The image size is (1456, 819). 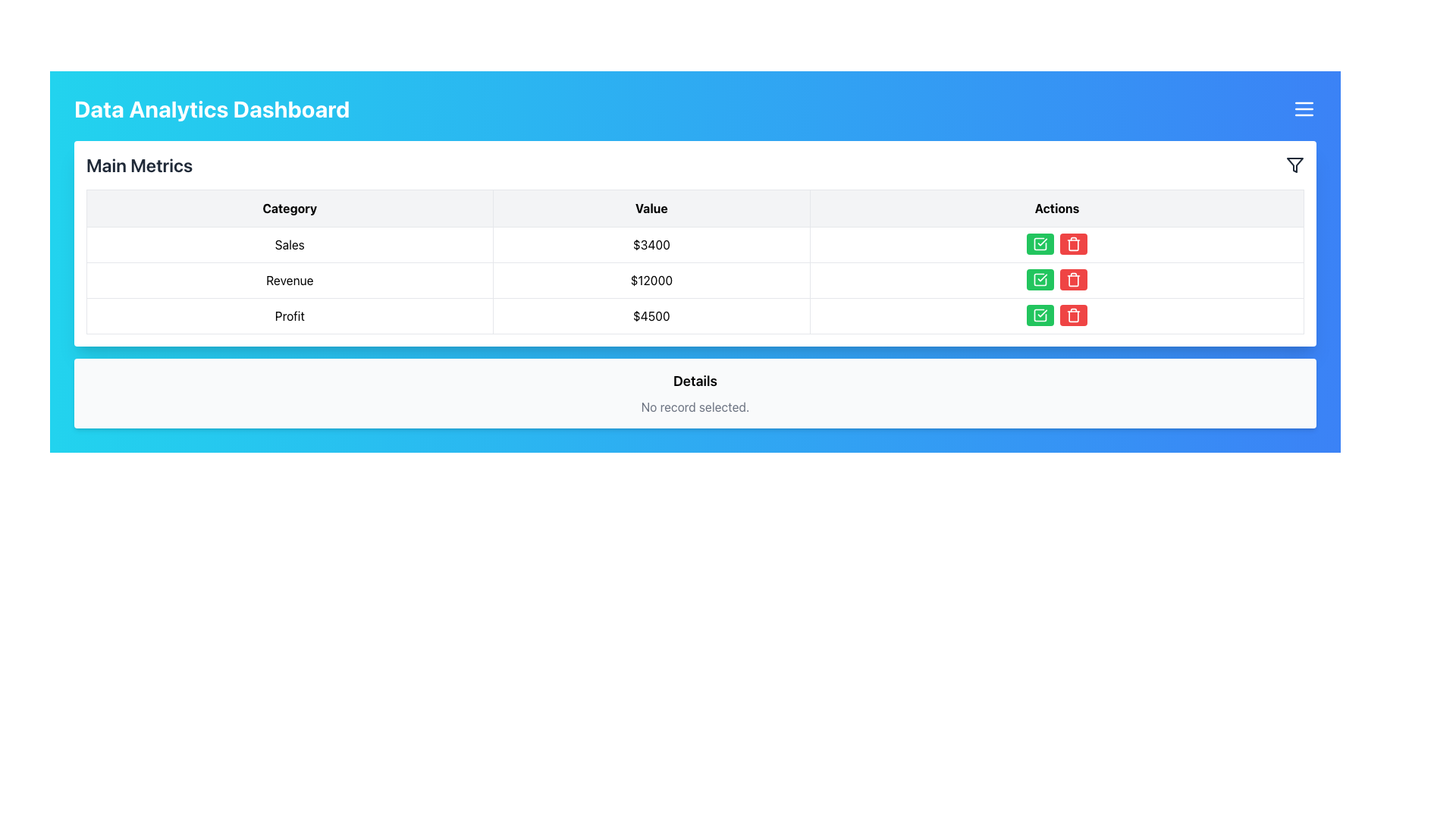 What do you see at coordinates (651, 315) in the screenshot?
I see `the 'Profit' metric value display in the 'Main Metrics' table of the dashboard, which is located between the 'Profit' cell and the action buttons` at bounding box center [651, 315].